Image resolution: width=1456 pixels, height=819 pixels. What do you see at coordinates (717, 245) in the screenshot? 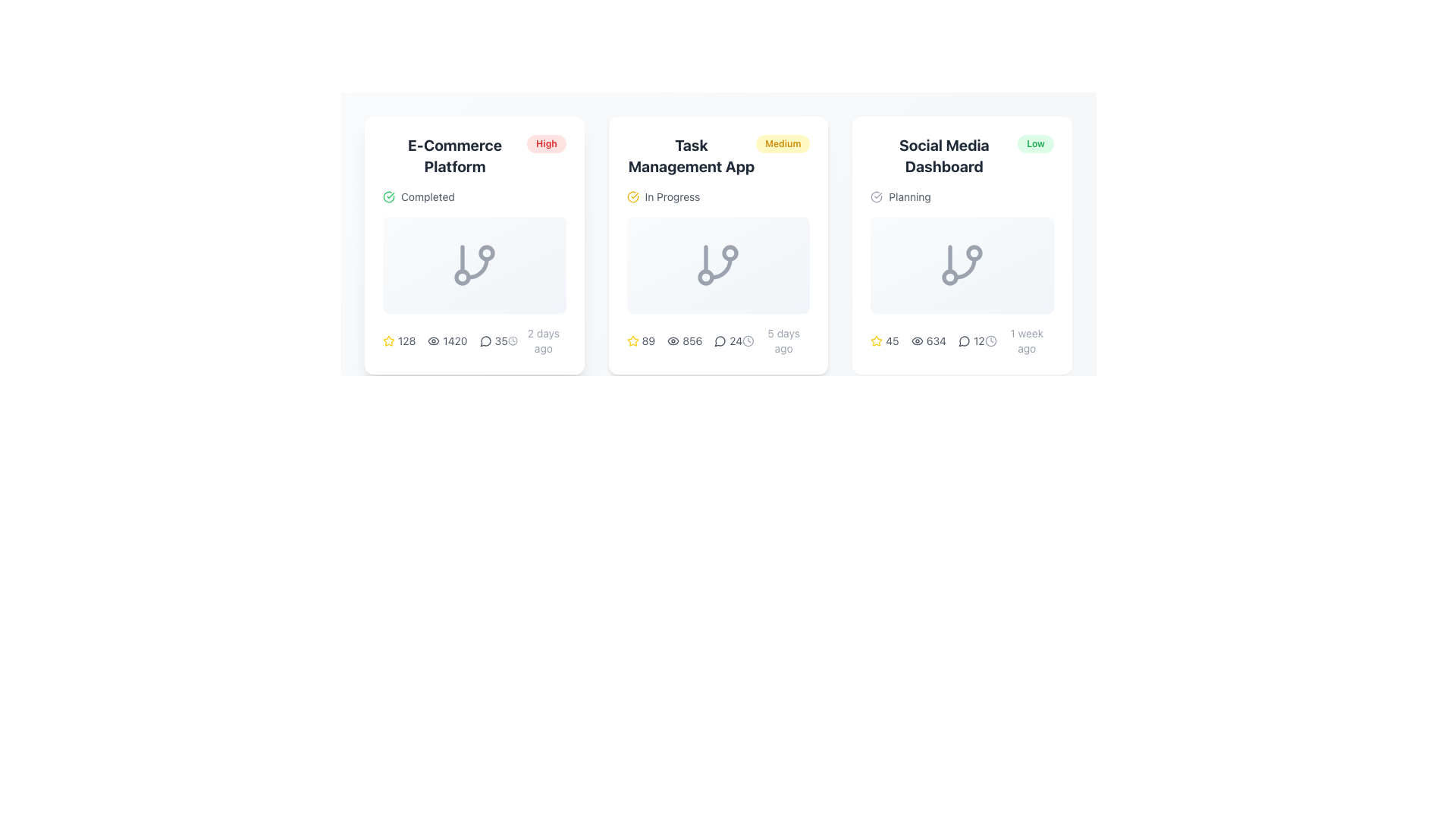
I see `the icon located in the middle column of a three-column grid layout, directly under the 'Task Management App' title and above the task statistics section` at bounding box center [717, 245].